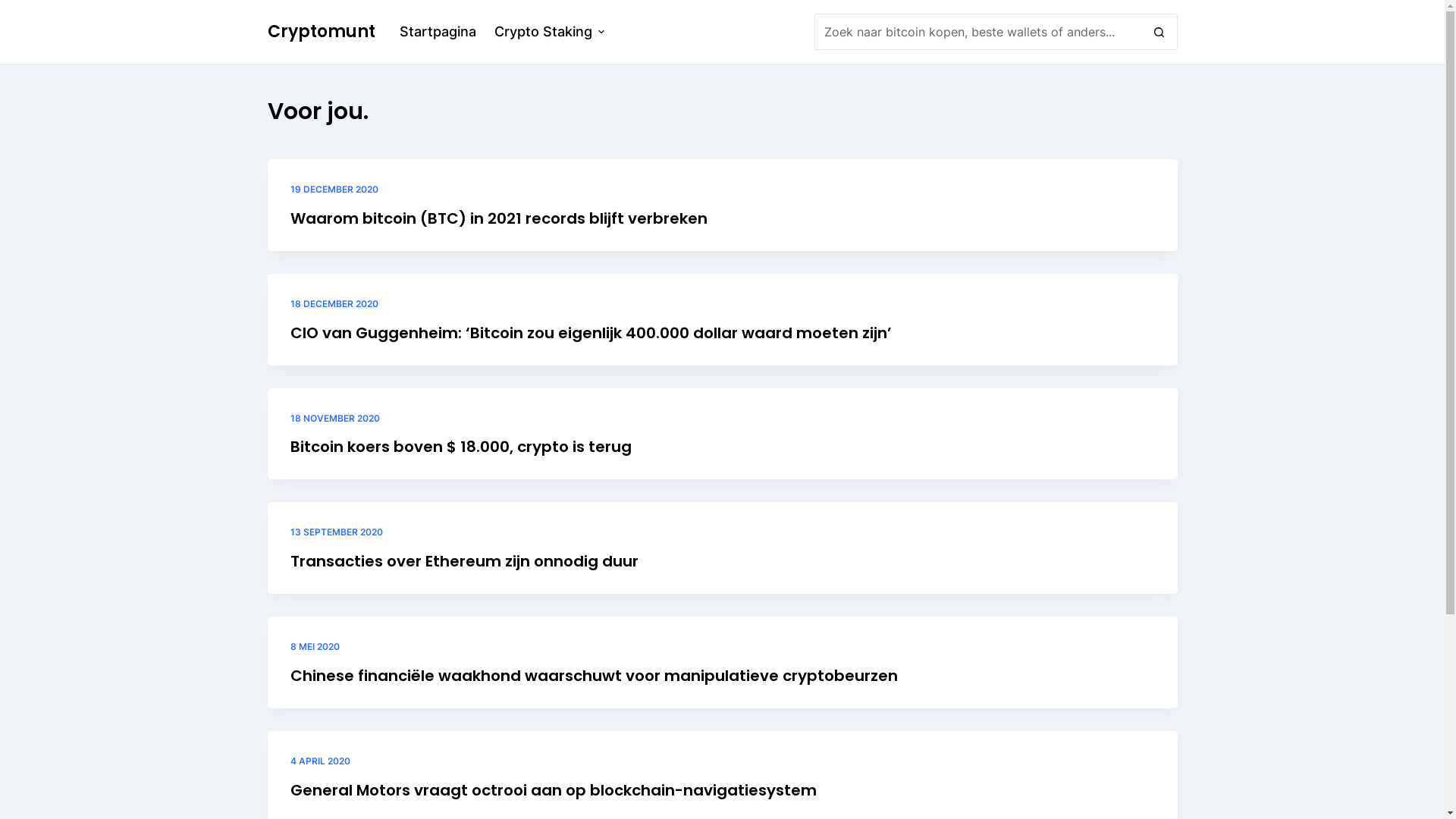 The image size is (1456, 819). I want to click on 'Waarom bitcoin (BTC) in 2021 records blijft verbreken', so click(498, 218).